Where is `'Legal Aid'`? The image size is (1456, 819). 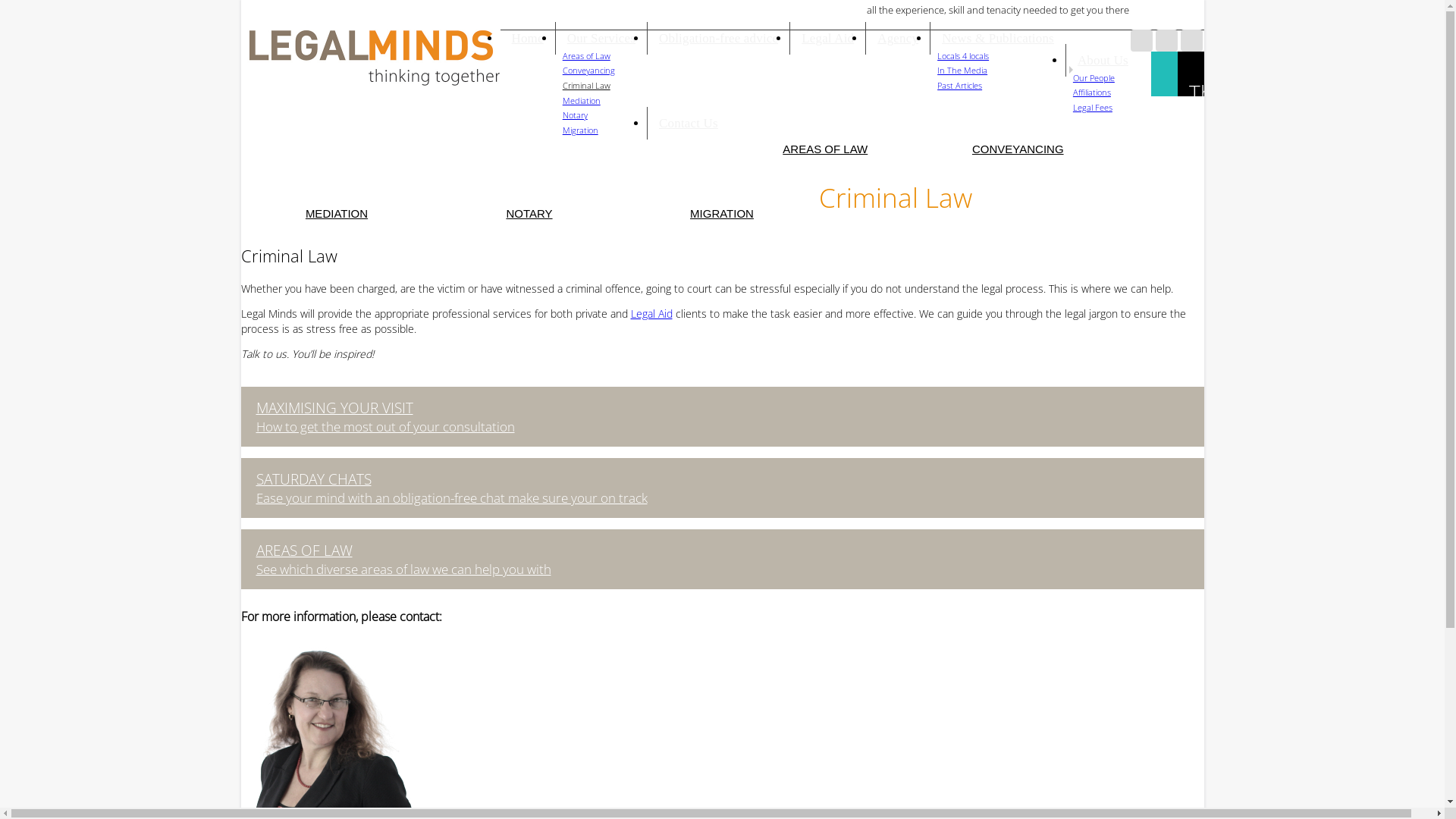
'Legal Aid' is located at coordinates (651, 312).